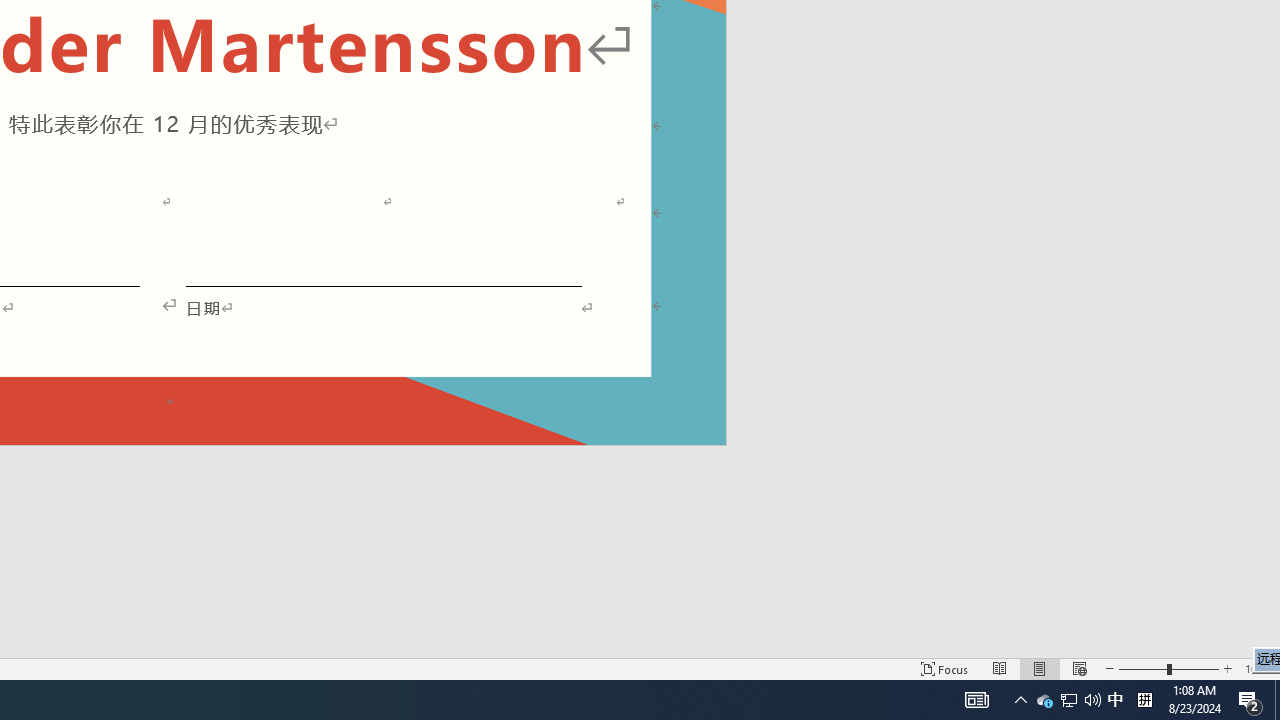 The image size is (1280, 720). What do you see at coordinates (1257, 669) in the screenshot?
I see `'Zoom 100%'` at bounding box center [1257, 669].